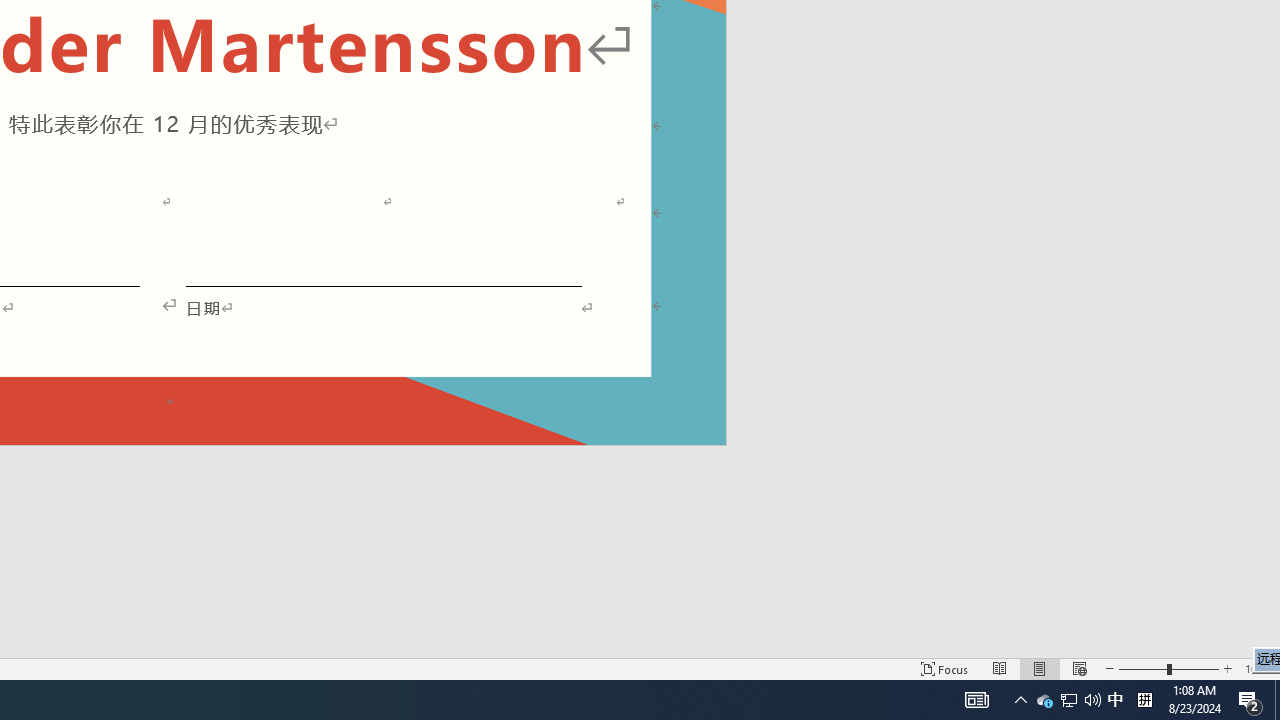 The image size is (1280, 720). What do you see at coordinates (1257, 669) in the screenshot?
I see `'Zoom 100%'` at bounding box center [1257, 669].